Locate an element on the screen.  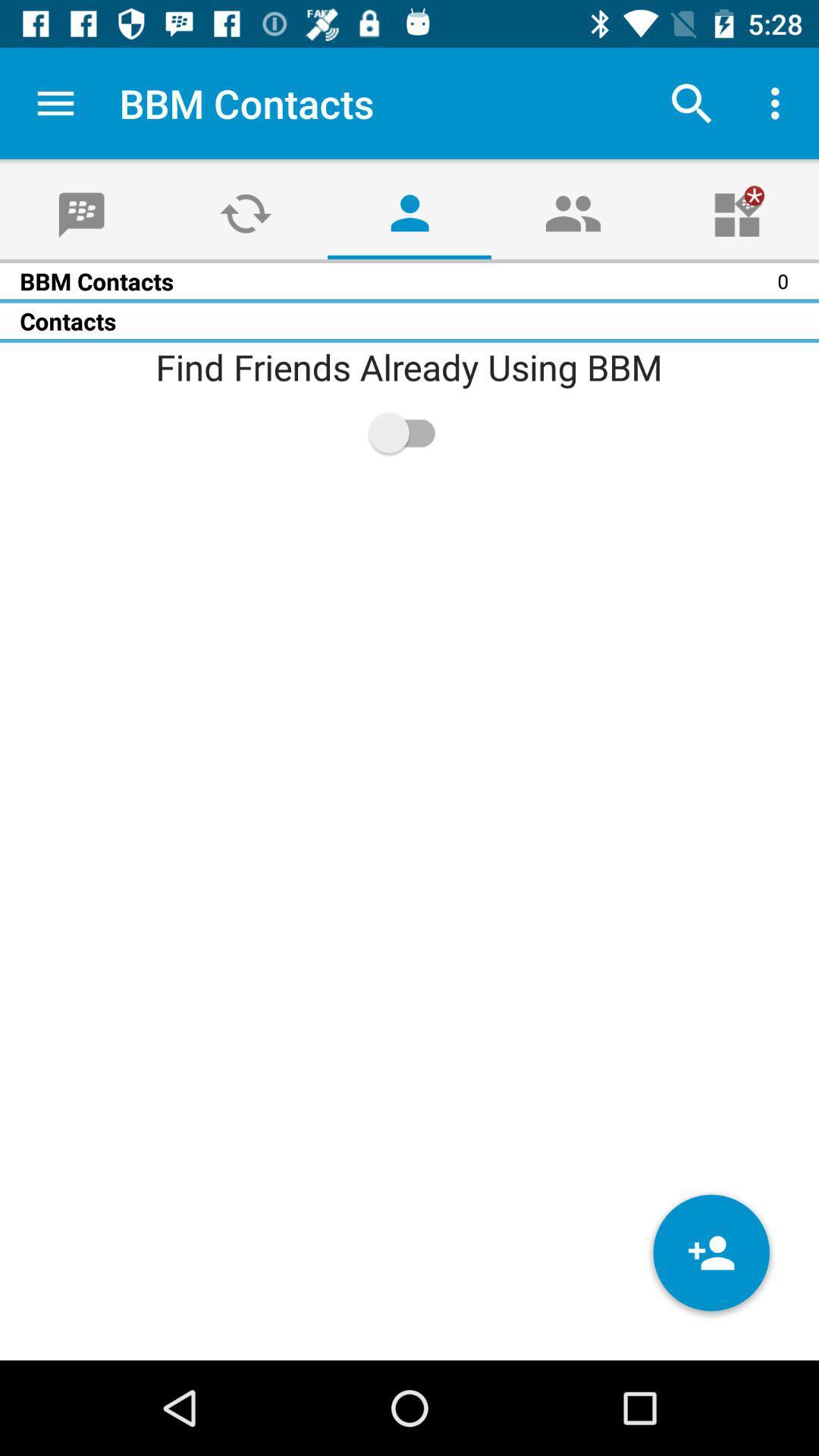
the gift icon is located at coordinates (736, 212).